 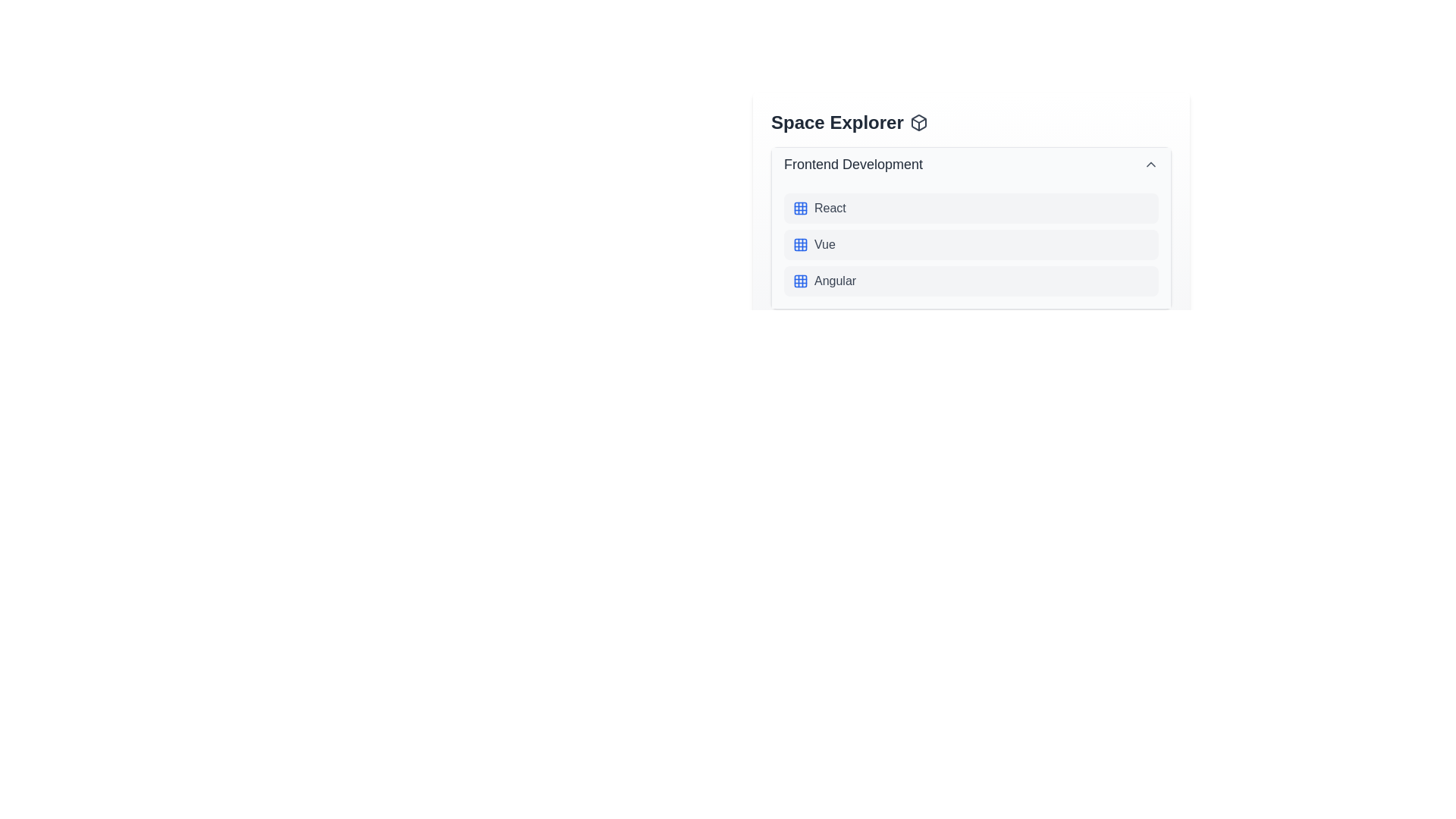 What do you see at coordinates (971, 244) in the screenshot?
I see `the second button in the 'Frontend Development' section, which is related to the 'Vue' framework, to receive additional details or effects` at bounding box center [971, 244].